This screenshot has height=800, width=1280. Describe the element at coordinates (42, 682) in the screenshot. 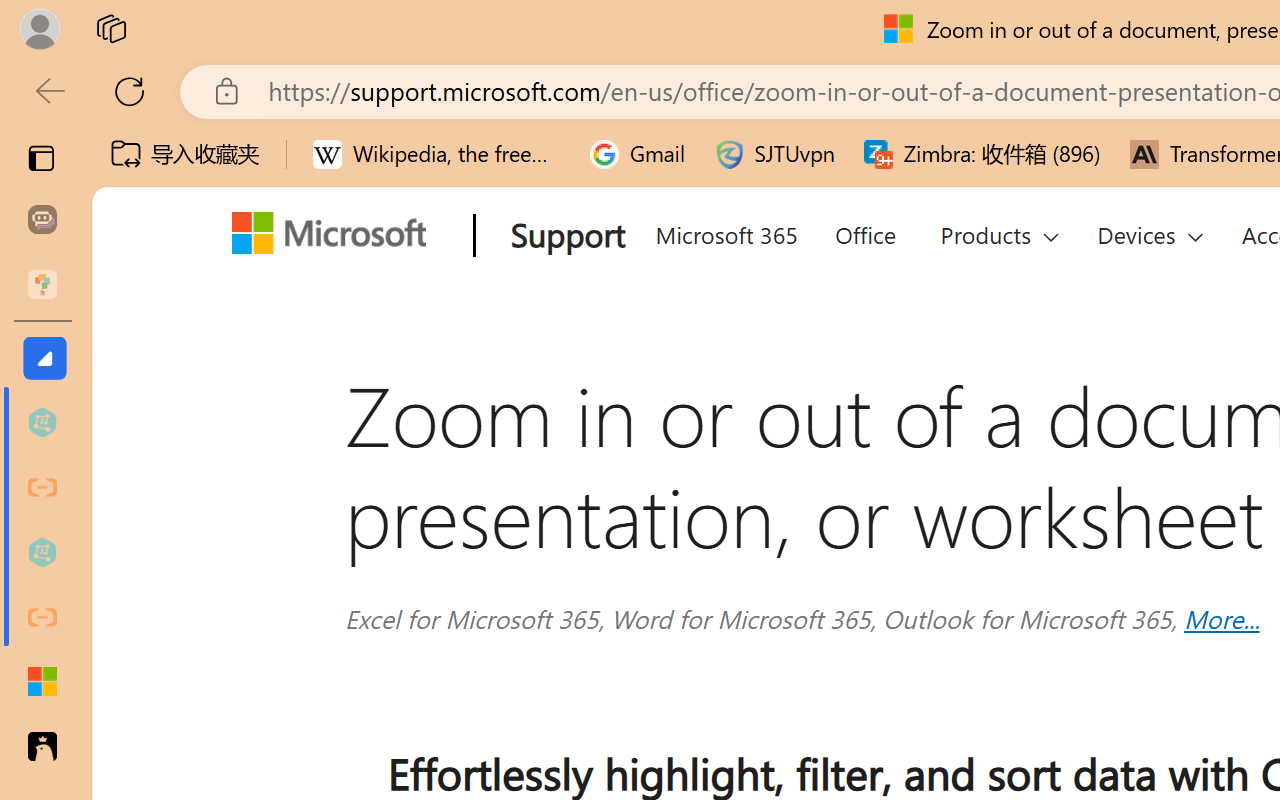

I see `'Adjust indents and spacing - Microsoft Support'` at that location.